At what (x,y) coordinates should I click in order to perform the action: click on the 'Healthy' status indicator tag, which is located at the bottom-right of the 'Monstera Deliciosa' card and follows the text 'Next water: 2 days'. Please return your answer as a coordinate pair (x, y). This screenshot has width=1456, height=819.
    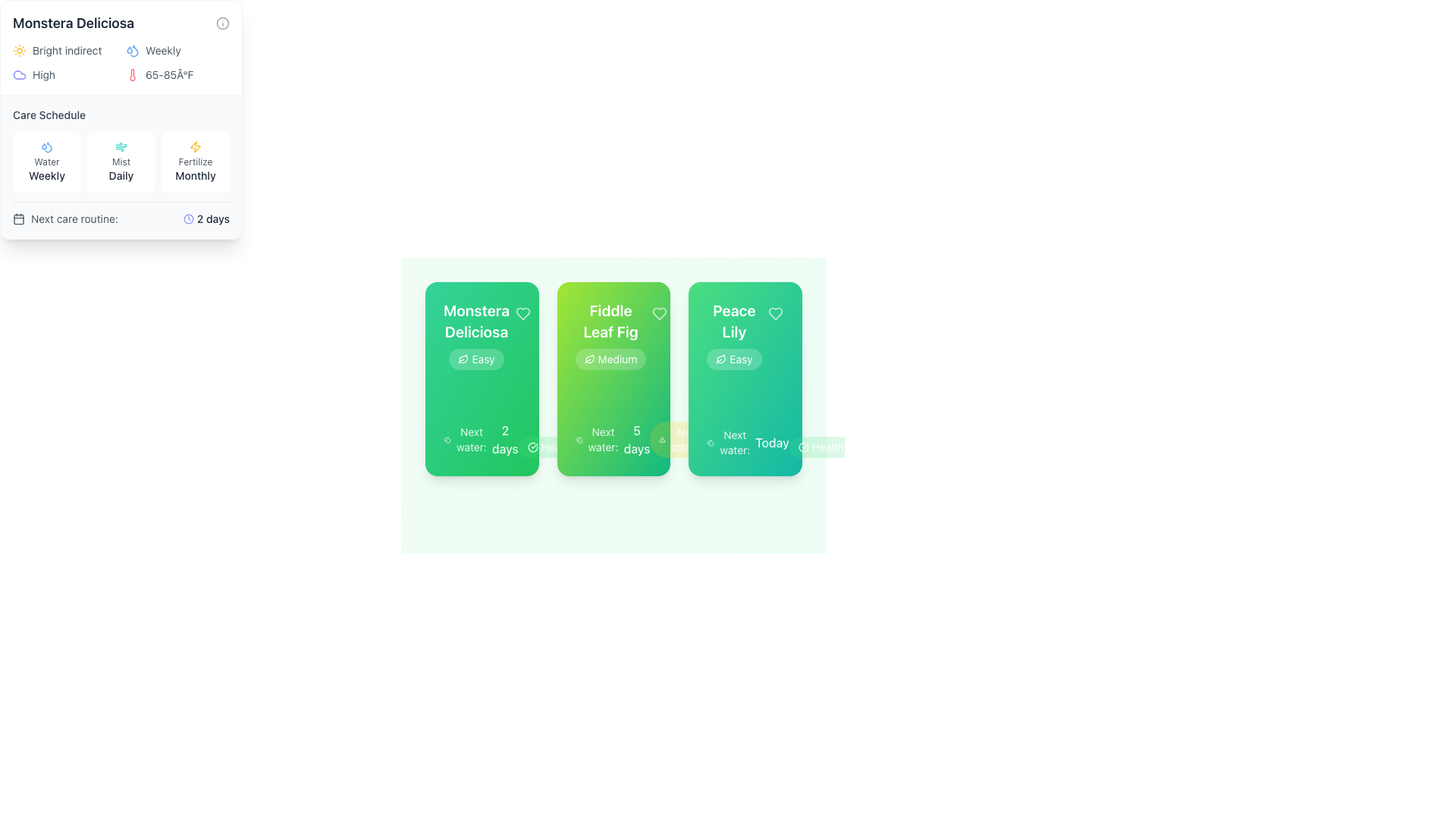
    Looking at the image, I should click on (552, 447).